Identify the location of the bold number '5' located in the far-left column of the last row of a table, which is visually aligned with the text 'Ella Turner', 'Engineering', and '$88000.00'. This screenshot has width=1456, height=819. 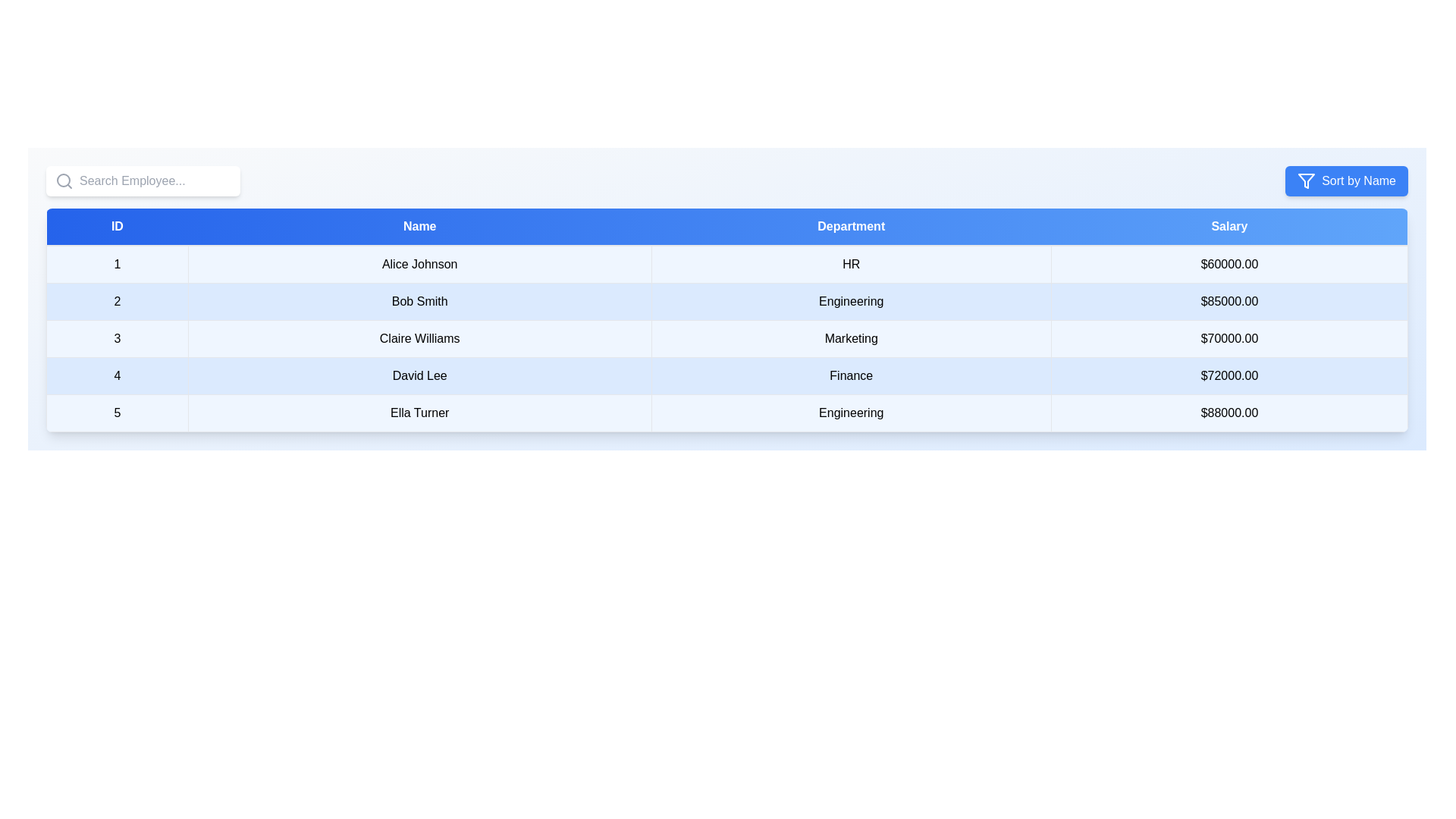
(116, 413).